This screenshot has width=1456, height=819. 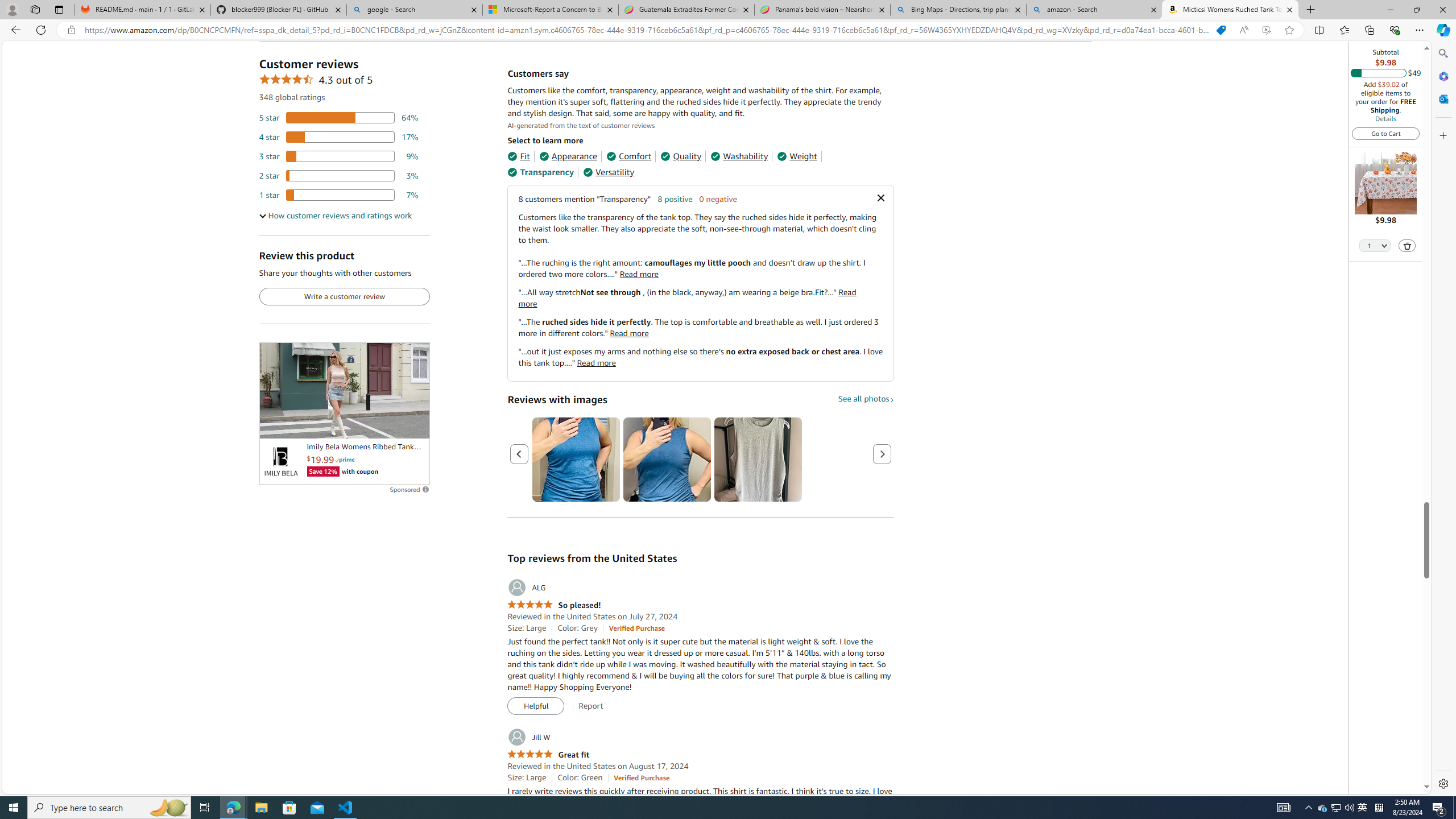 I want to click on 'amazon - Search', so click(x=1094, y=9).